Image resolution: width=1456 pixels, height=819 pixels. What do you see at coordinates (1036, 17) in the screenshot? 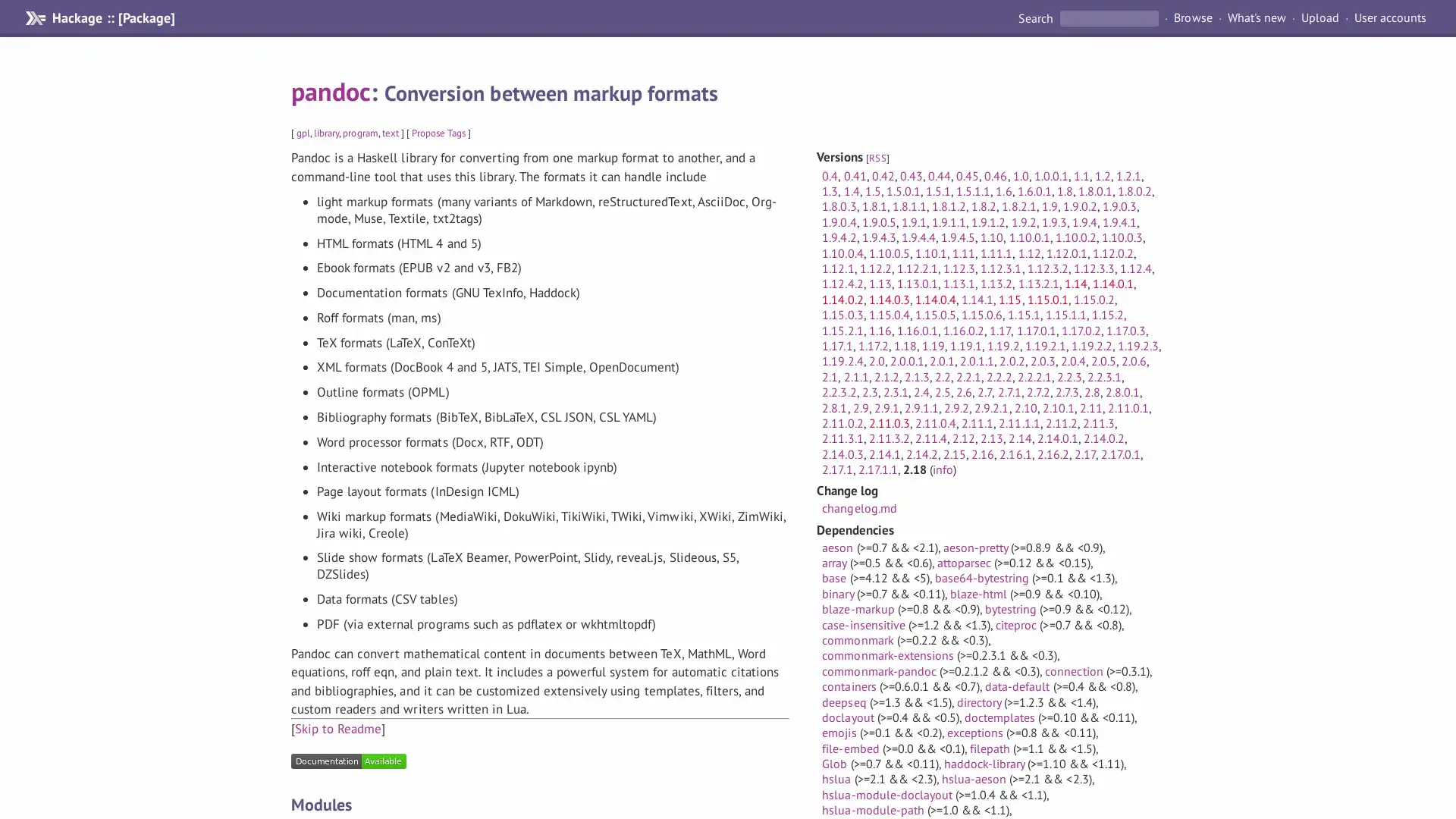
I see `Search` at bounding box center [1036, 17].